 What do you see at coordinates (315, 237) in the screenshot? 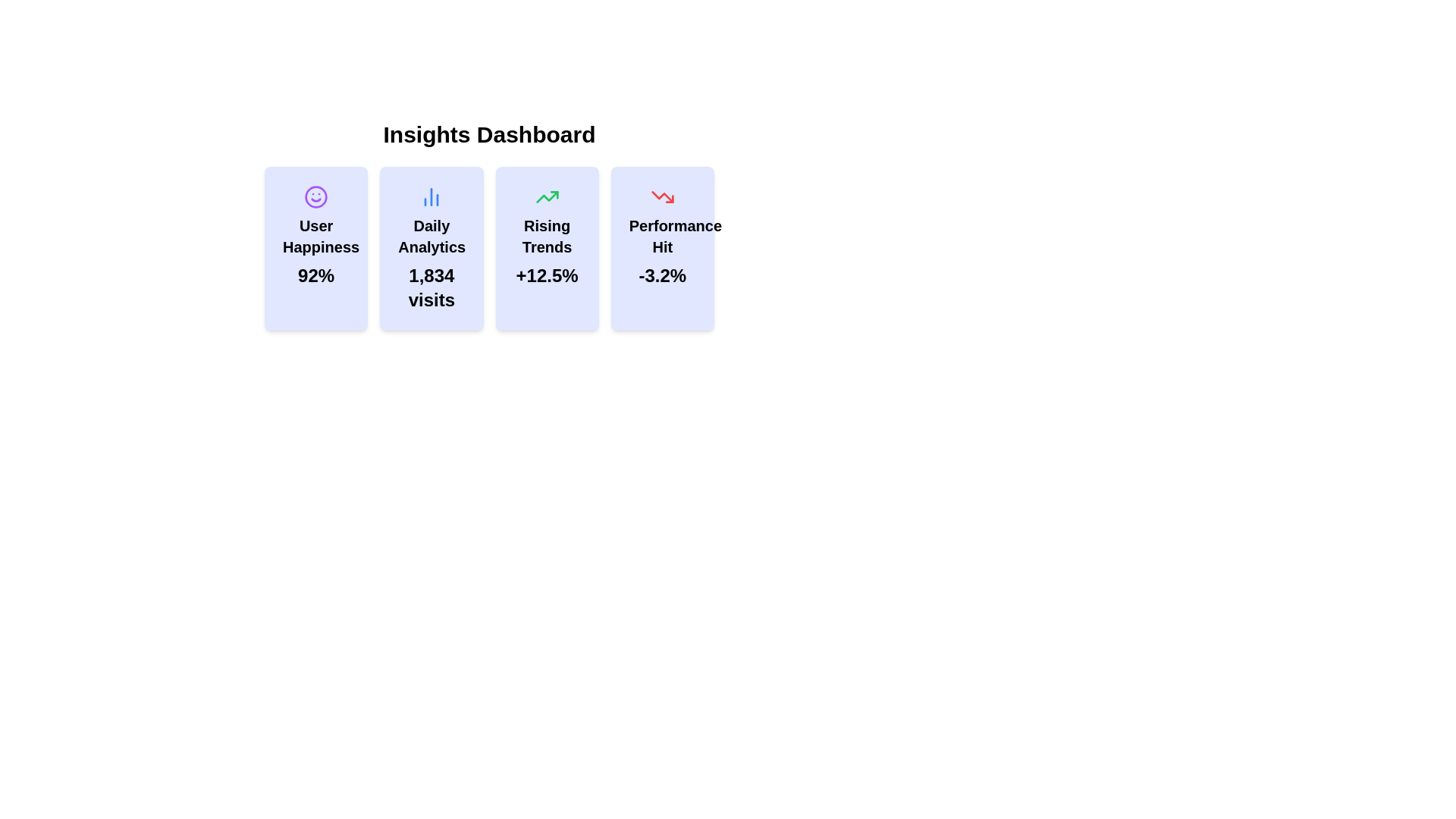
I see `the bold 'User Happiness' label displayed in a larger font size with black color, located within the first summary card on the dashboard, positioned below a purple smiley icon and above the percentage value '92%'` at bounding box center [315, 237].